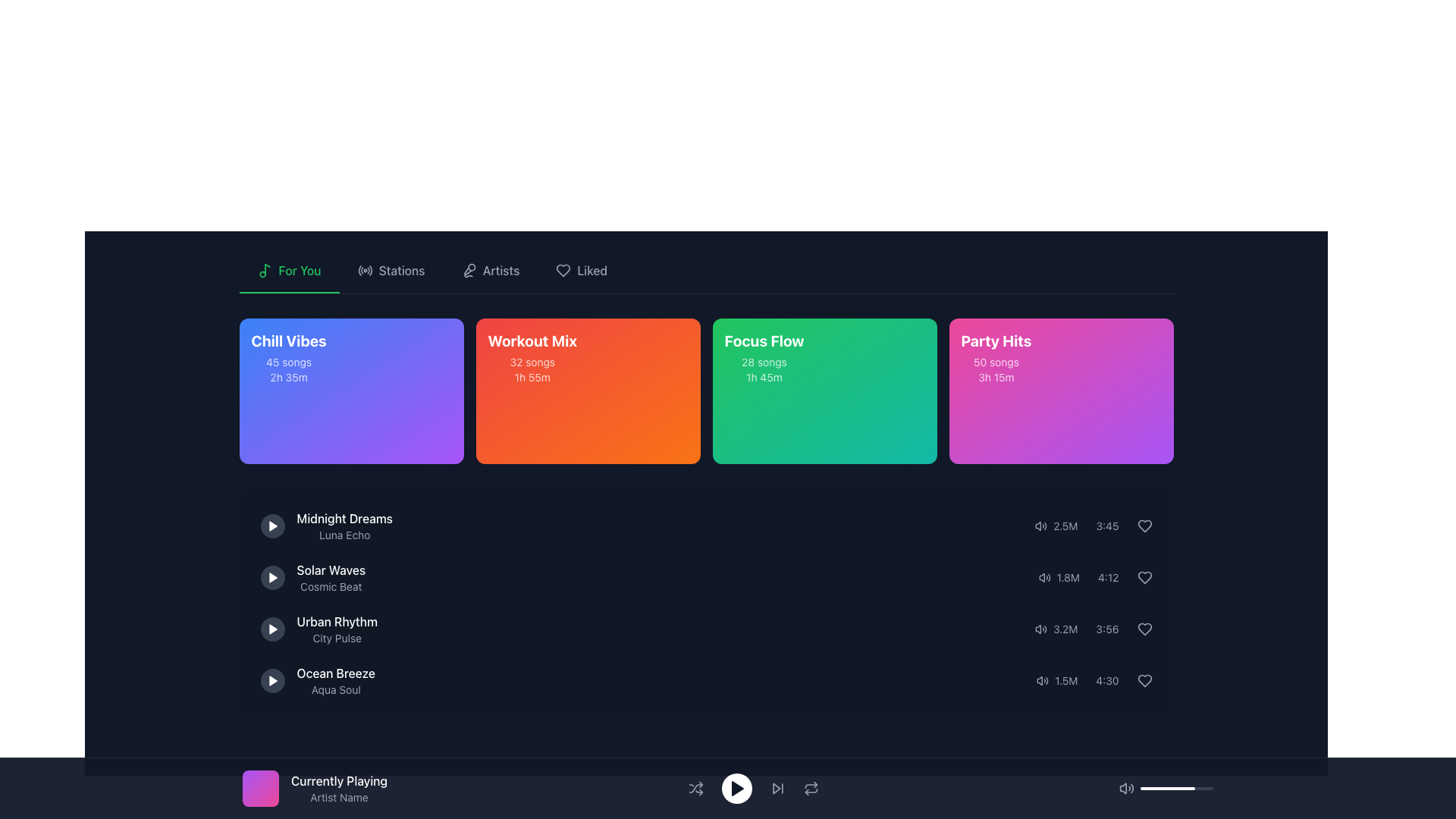 This screenshot has width=1456, height=819. I want to click on the informational text displaying the play count and duration for the song 'Midnight Dreams - Luna Echo', located at the bottom-right of its card, so click(1094, 526).